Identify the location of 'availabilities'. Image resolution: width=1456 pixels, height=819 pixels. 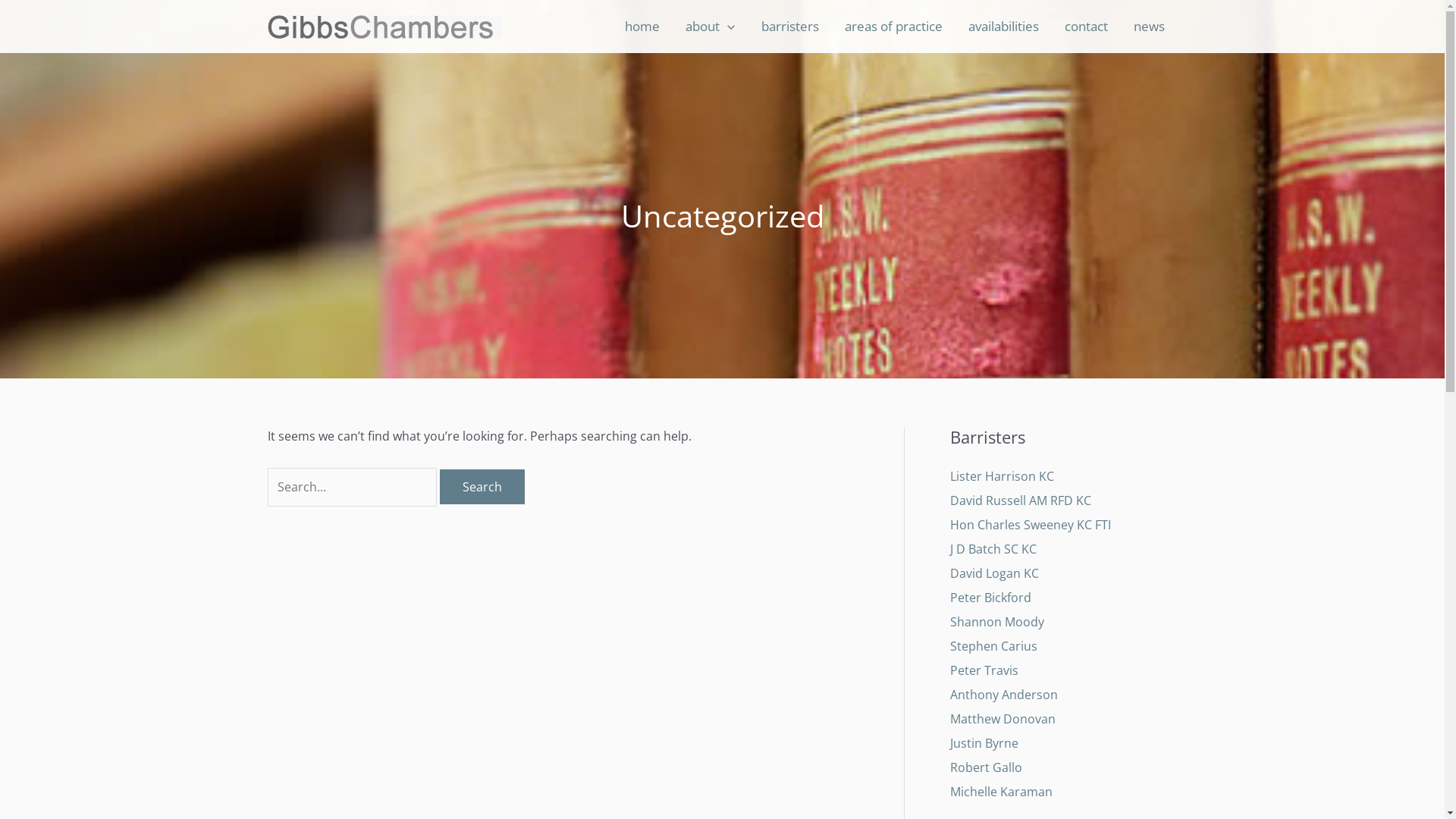
(954, 26).